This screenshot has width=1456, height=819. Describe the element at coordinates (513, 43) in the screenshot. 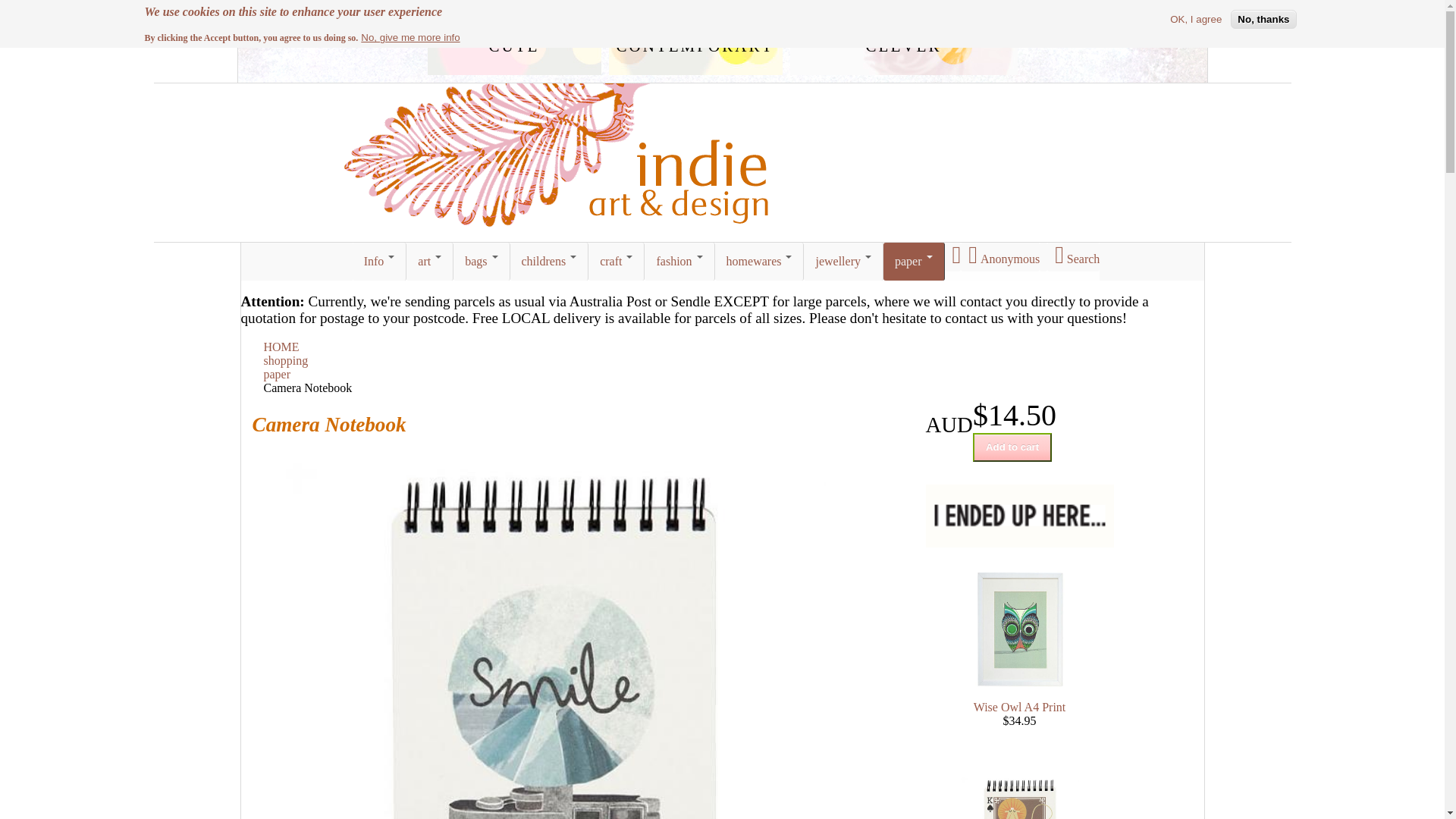

I see `'cute'` at that location.